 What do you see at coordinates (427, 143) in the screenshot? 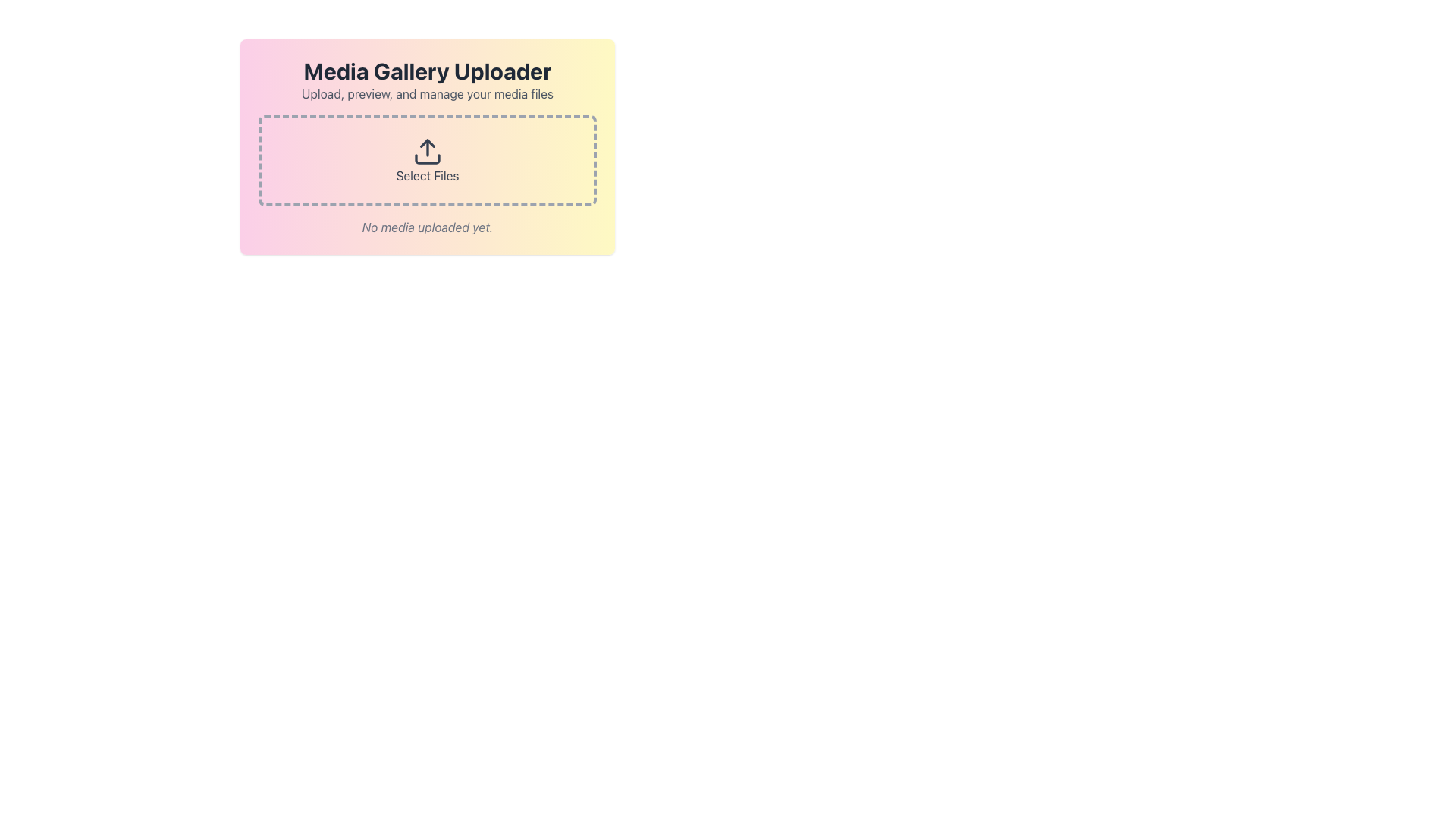
I see `the upload icon's arrowhead graphic, which is part of the SVG representing the upload symbol within the 'Select Files' area` at bounding box center [427, 143].